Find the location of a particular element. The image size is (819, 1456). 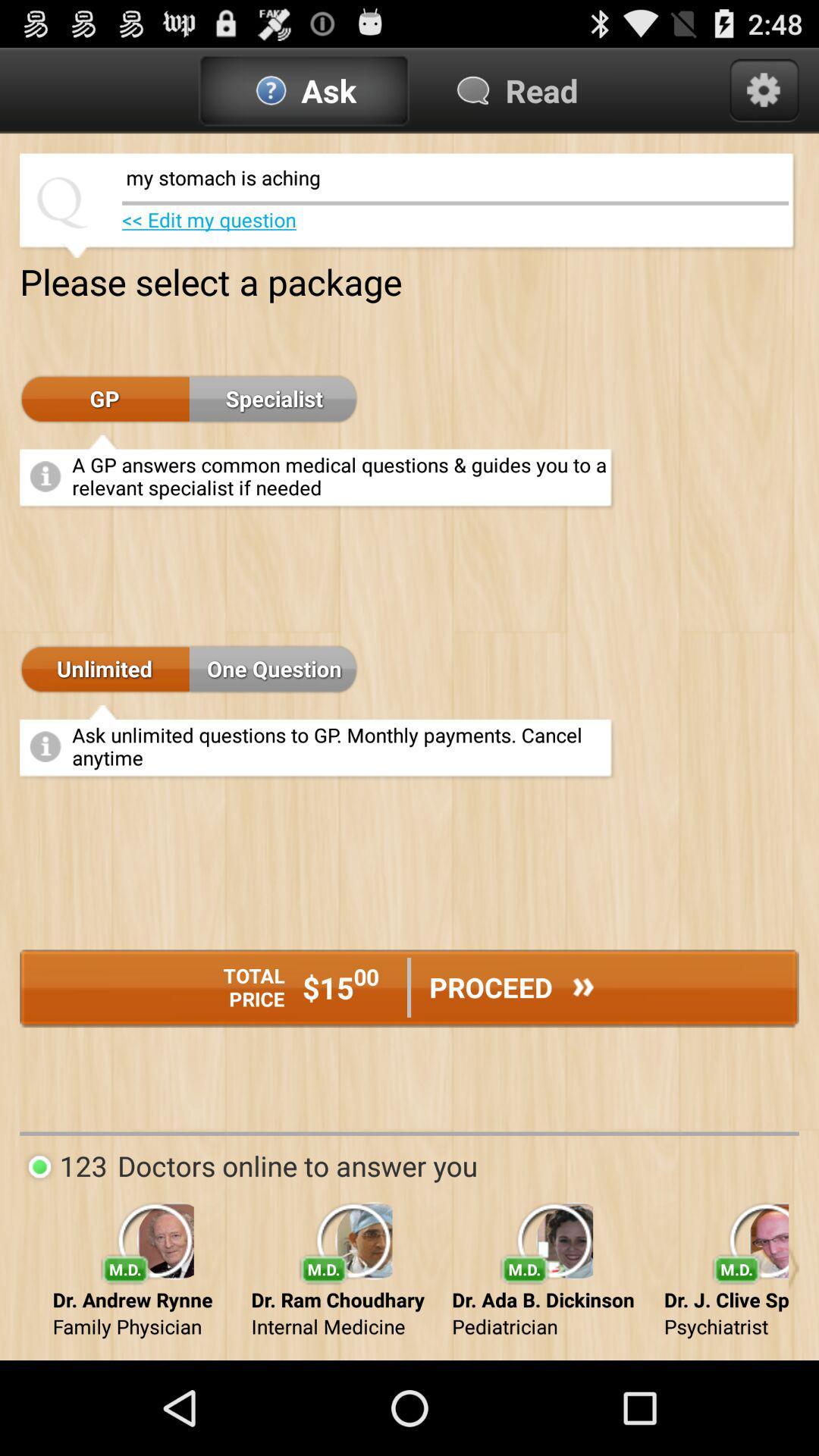

the app below the a gp answers app is located at coordinates (274, 669).